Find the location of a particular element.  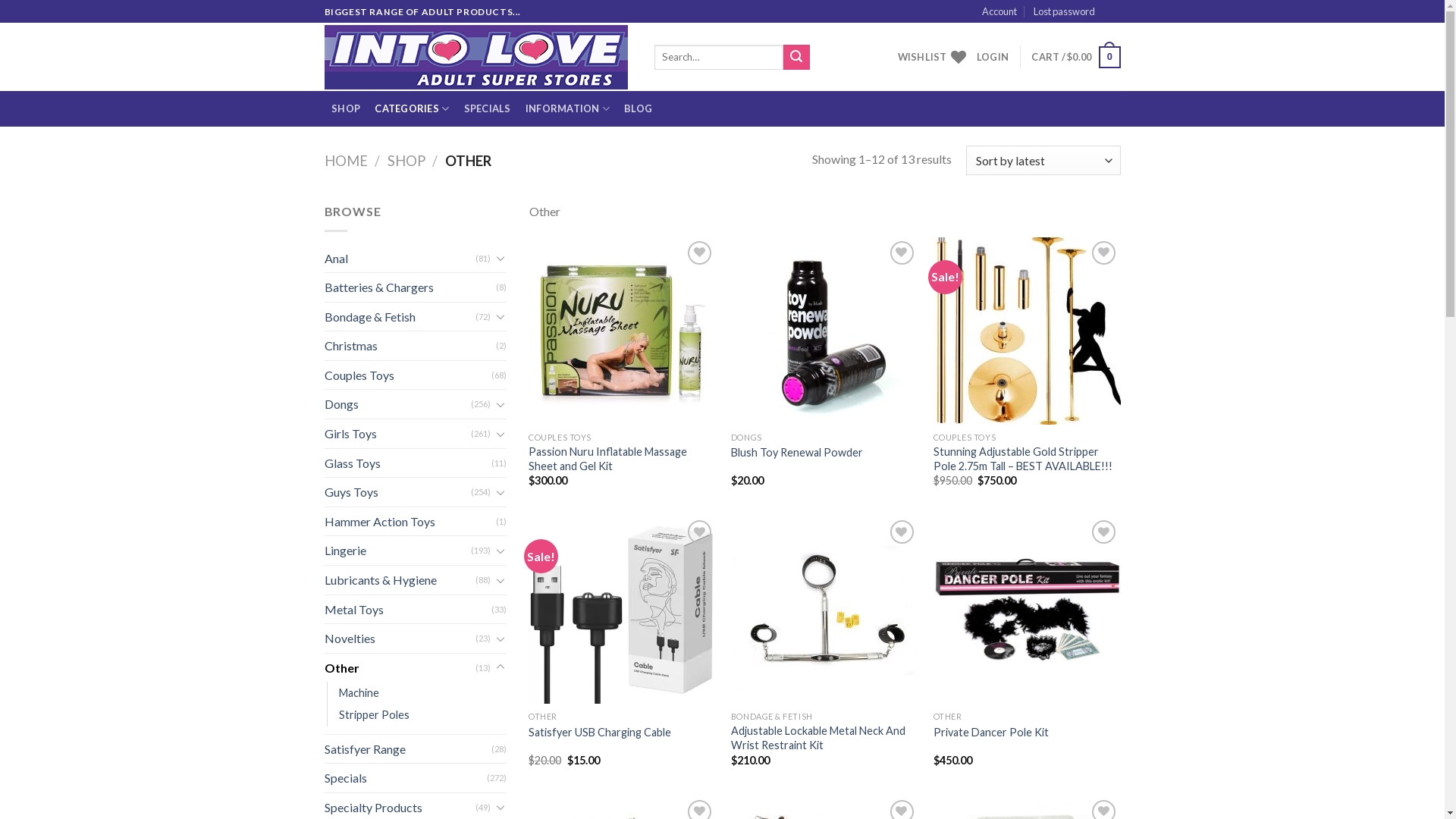

'HOME' is located at coordinates (323, 161).